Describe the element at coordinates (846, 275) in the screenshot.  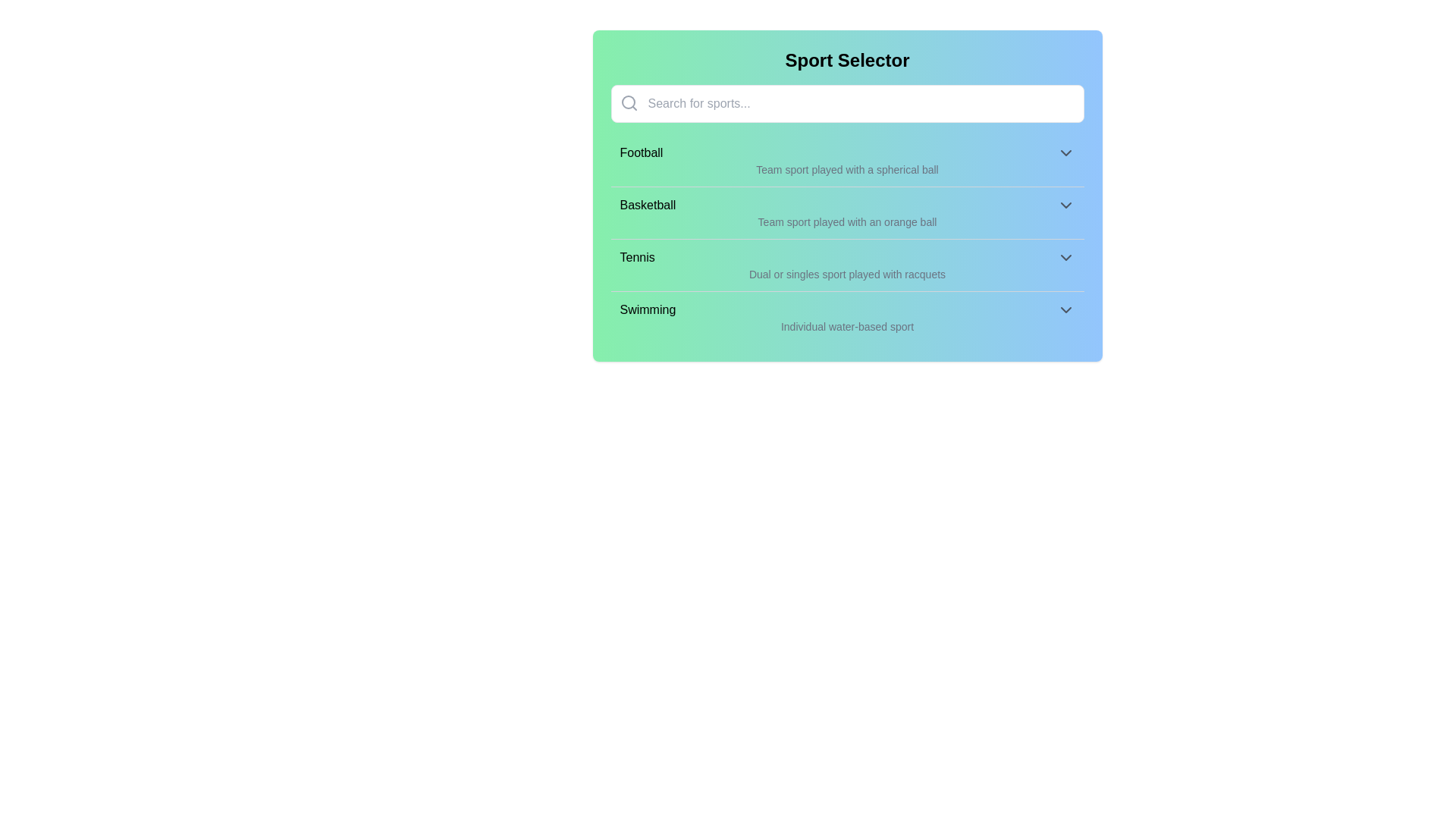
I see `the text label providing additional context for the 'Tennis' category in the dropdown menu, located beneath the main 'Tennis' text` at that location.